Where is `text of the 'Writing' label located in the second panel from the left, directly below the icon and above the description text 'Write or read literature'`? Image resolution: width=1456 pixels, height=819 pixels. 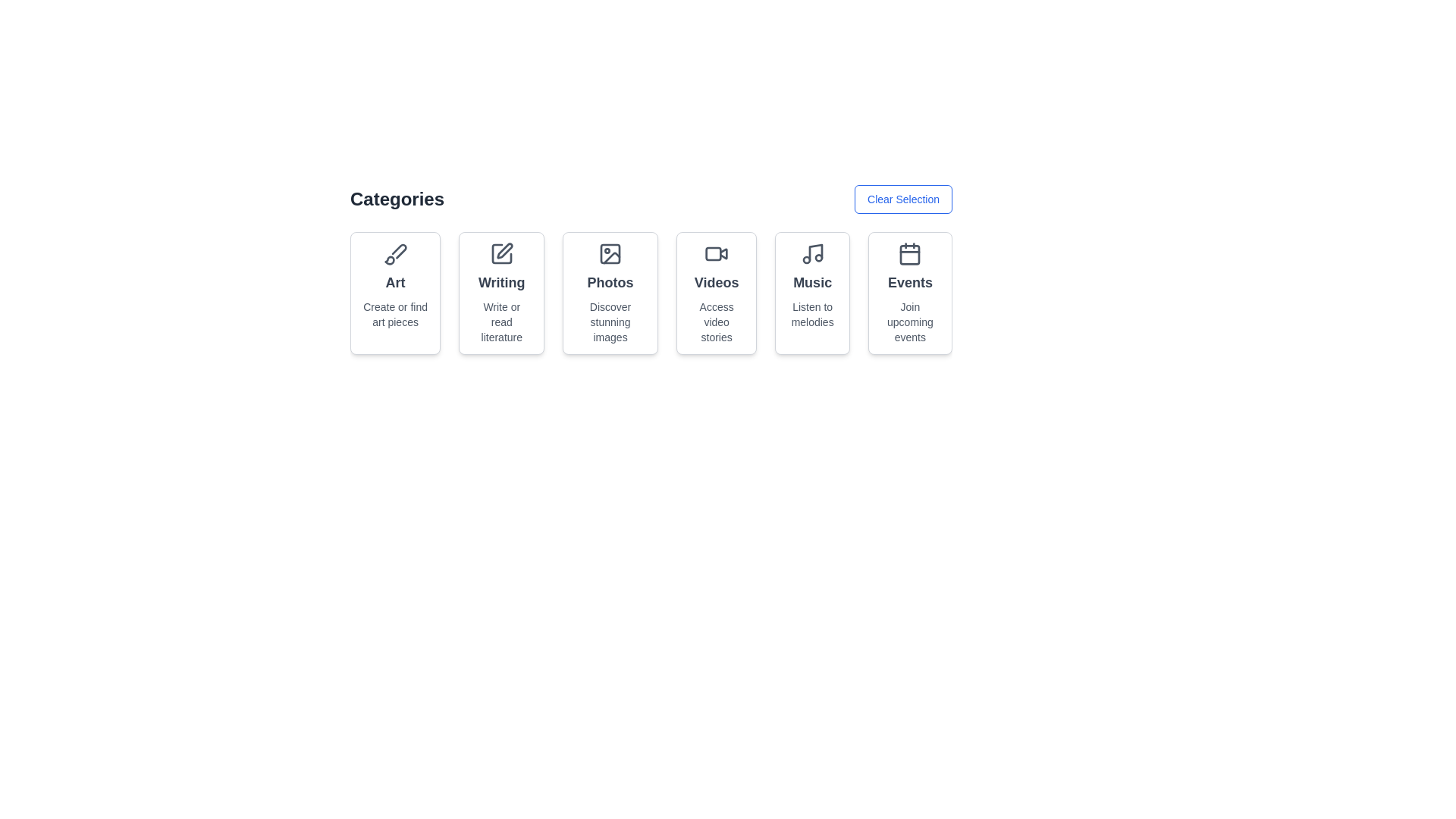 text of the 'Writing' label located in the second panel from the left, directly below the icon and above the description text 'Write or read literature' is located at coordinates (501, 283).